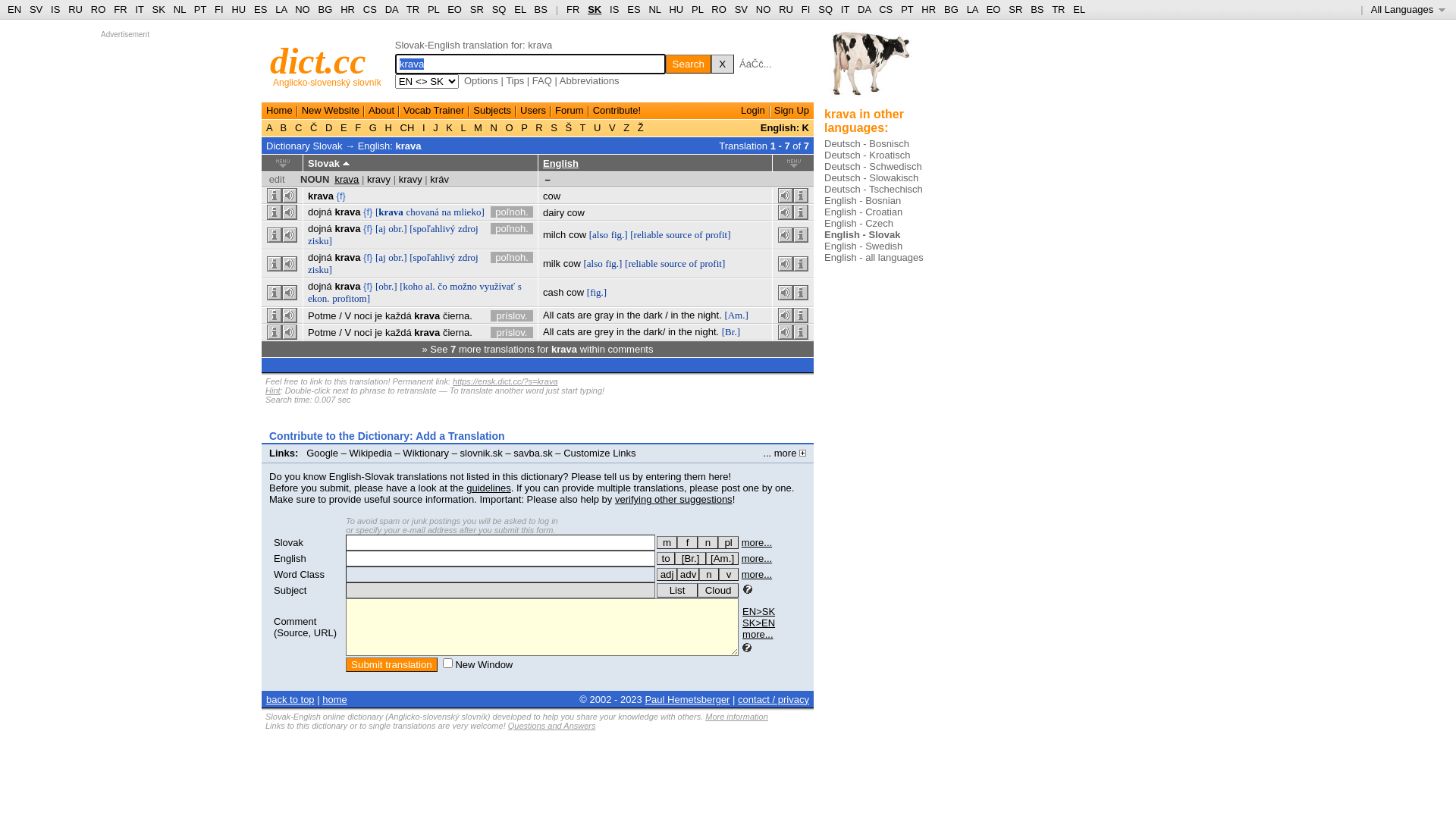 The height and width of the screenshot is (819, 1456). Describe the element at coordinates (514, 80) in the screenshot. I see `'Tips'` at that location.